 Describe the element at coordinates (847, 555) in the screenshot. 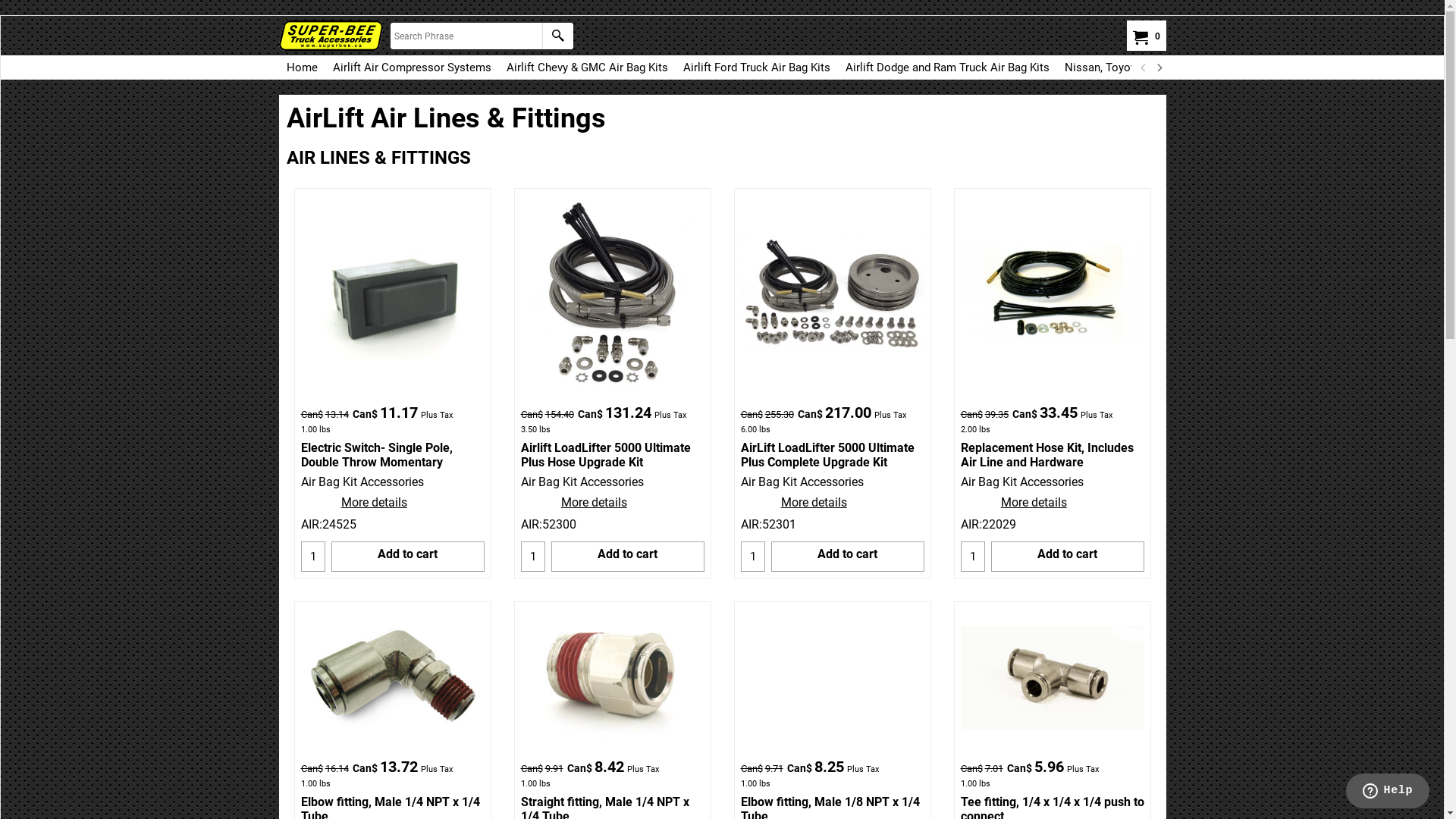

I see `'Add to cart'` at that location.